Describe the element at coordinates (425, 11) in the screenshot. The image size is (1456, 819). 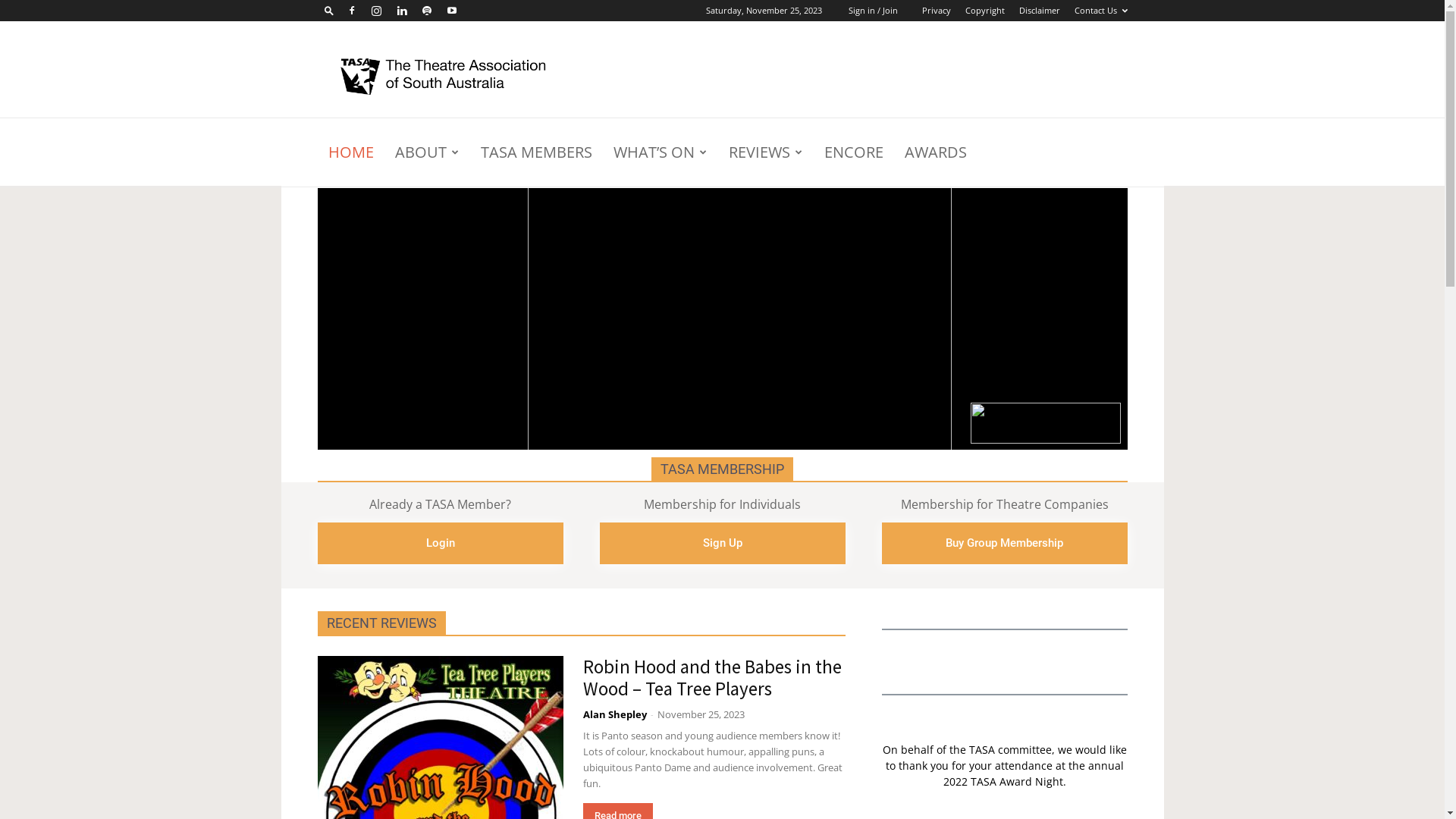
I see `'Spotify'` at that location.